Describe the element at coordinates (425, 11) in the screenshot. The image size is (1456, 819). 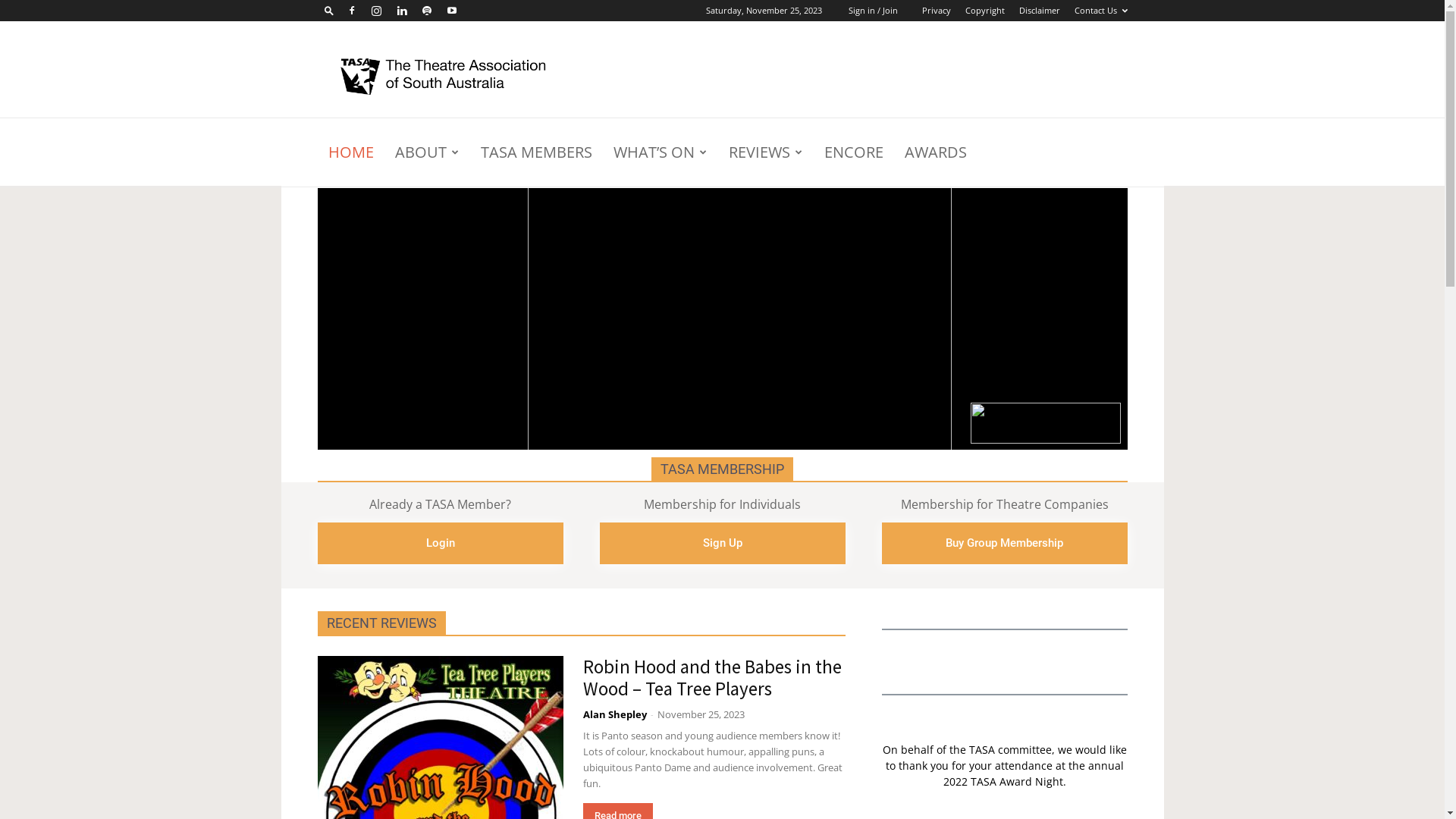
I see `'Spotify'` at that location.